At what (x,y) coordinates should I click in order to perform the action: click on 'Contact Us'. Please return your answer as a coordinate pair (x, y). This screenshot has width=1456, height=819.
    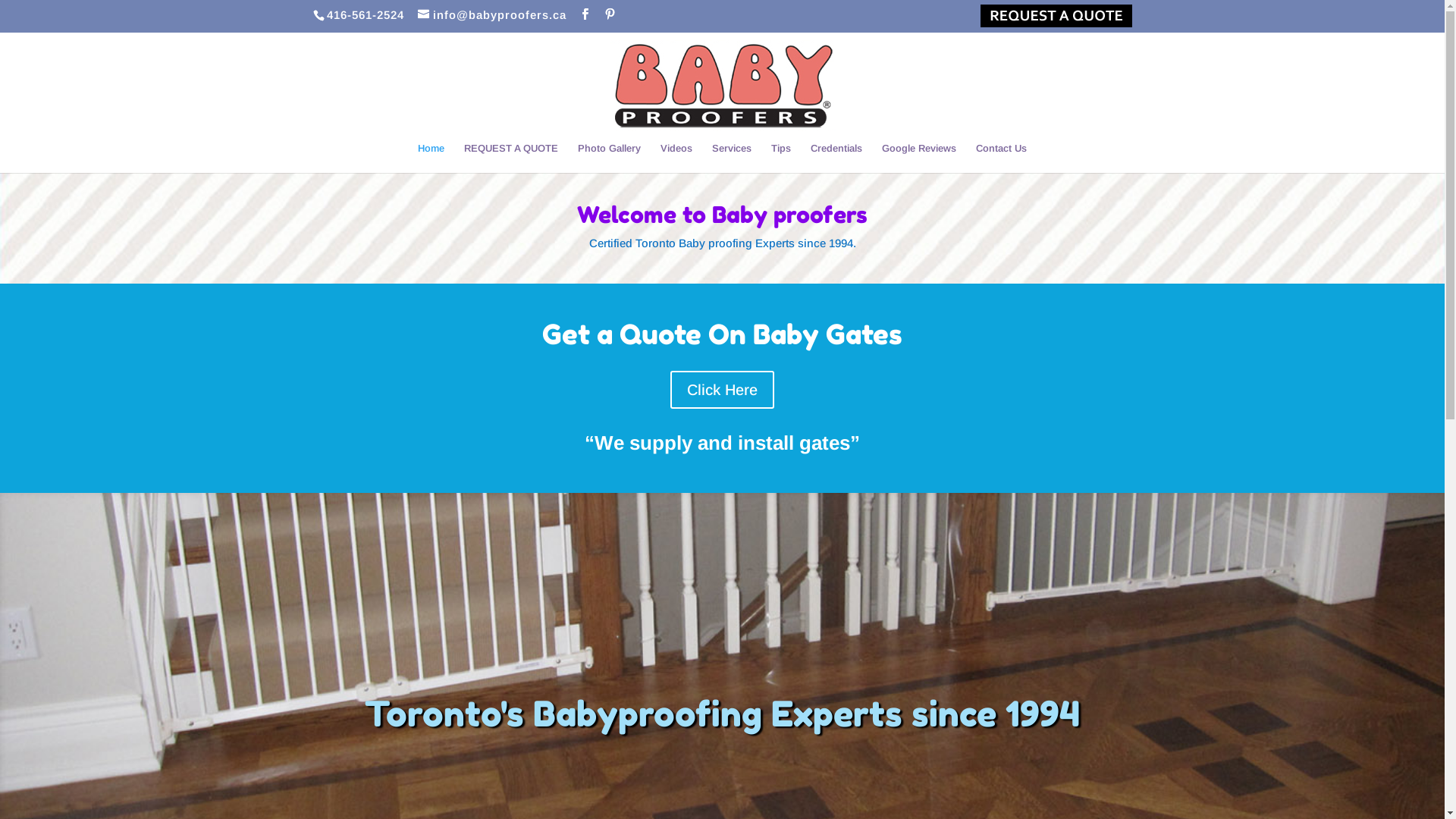
    Looking at the image, I should click on (975, 158).